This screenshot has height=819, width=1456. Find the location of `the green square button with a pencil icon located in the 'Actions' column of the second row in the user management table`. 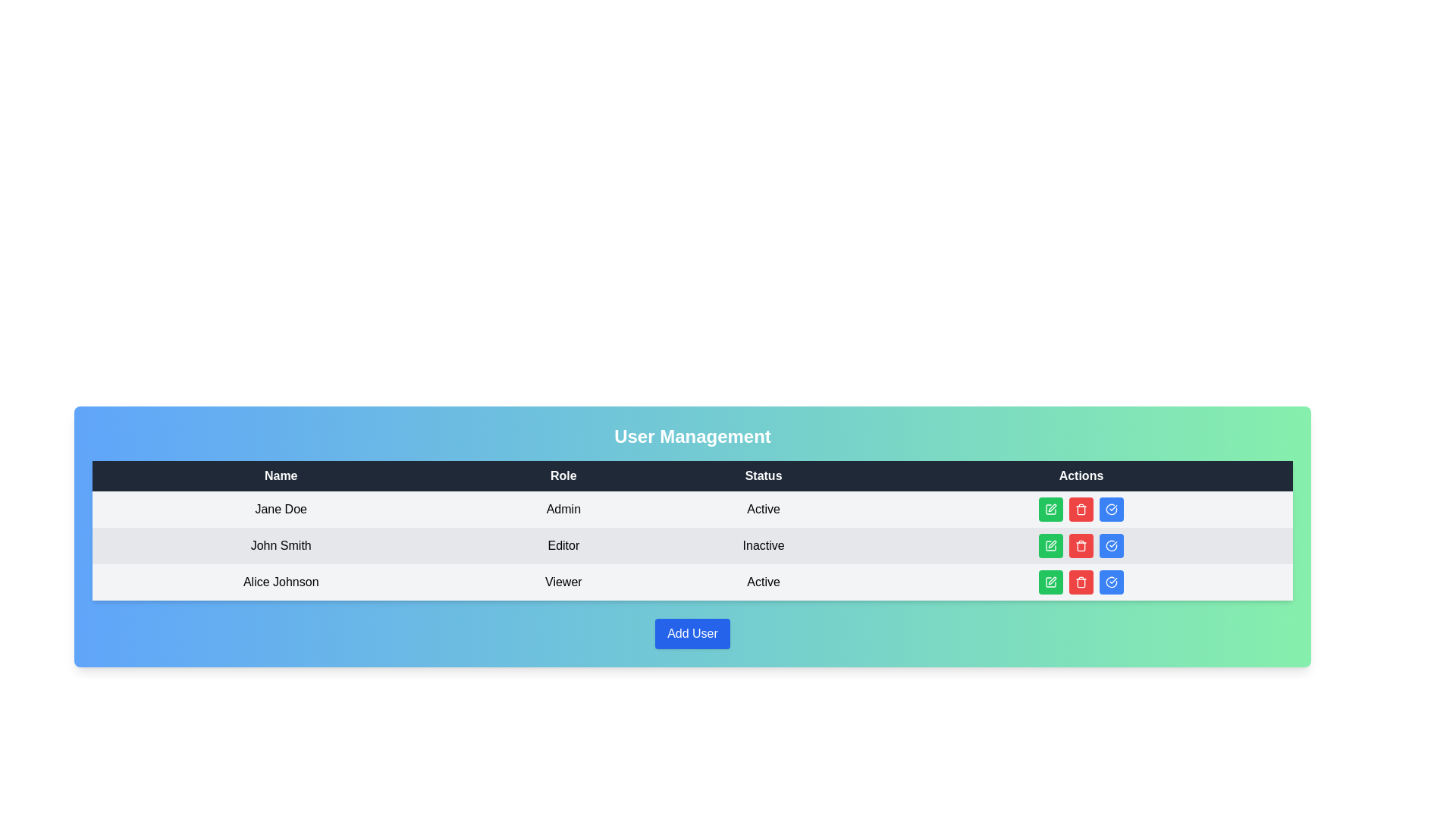

the green square button with a pencil icon located in the 'Actions' column of the second row in the user management table is located at coordinates (1050, 546).